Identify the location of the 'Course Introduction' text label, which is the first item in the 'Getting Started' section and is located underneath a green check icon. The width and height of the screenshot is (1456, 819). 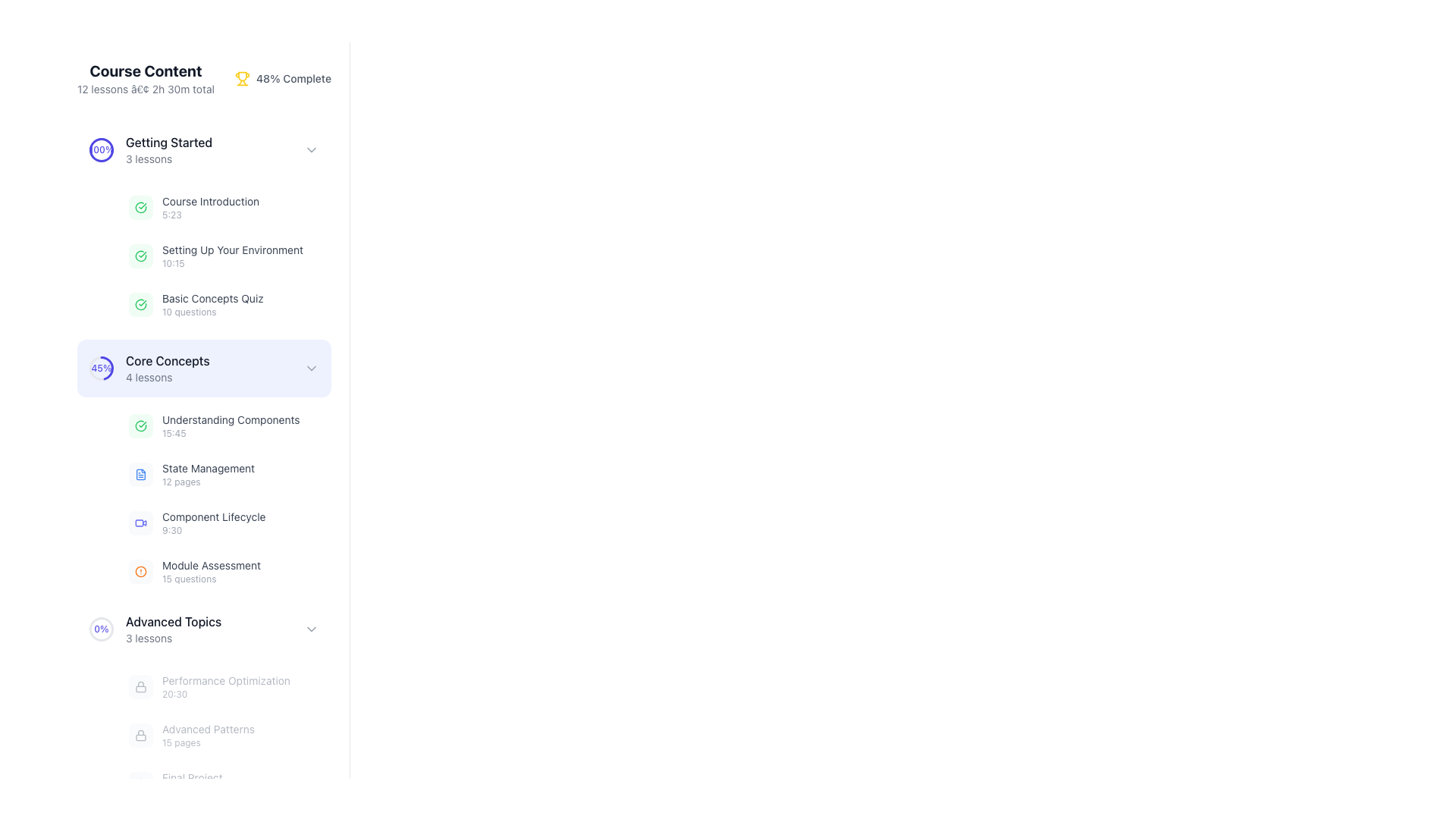
(210, 207).